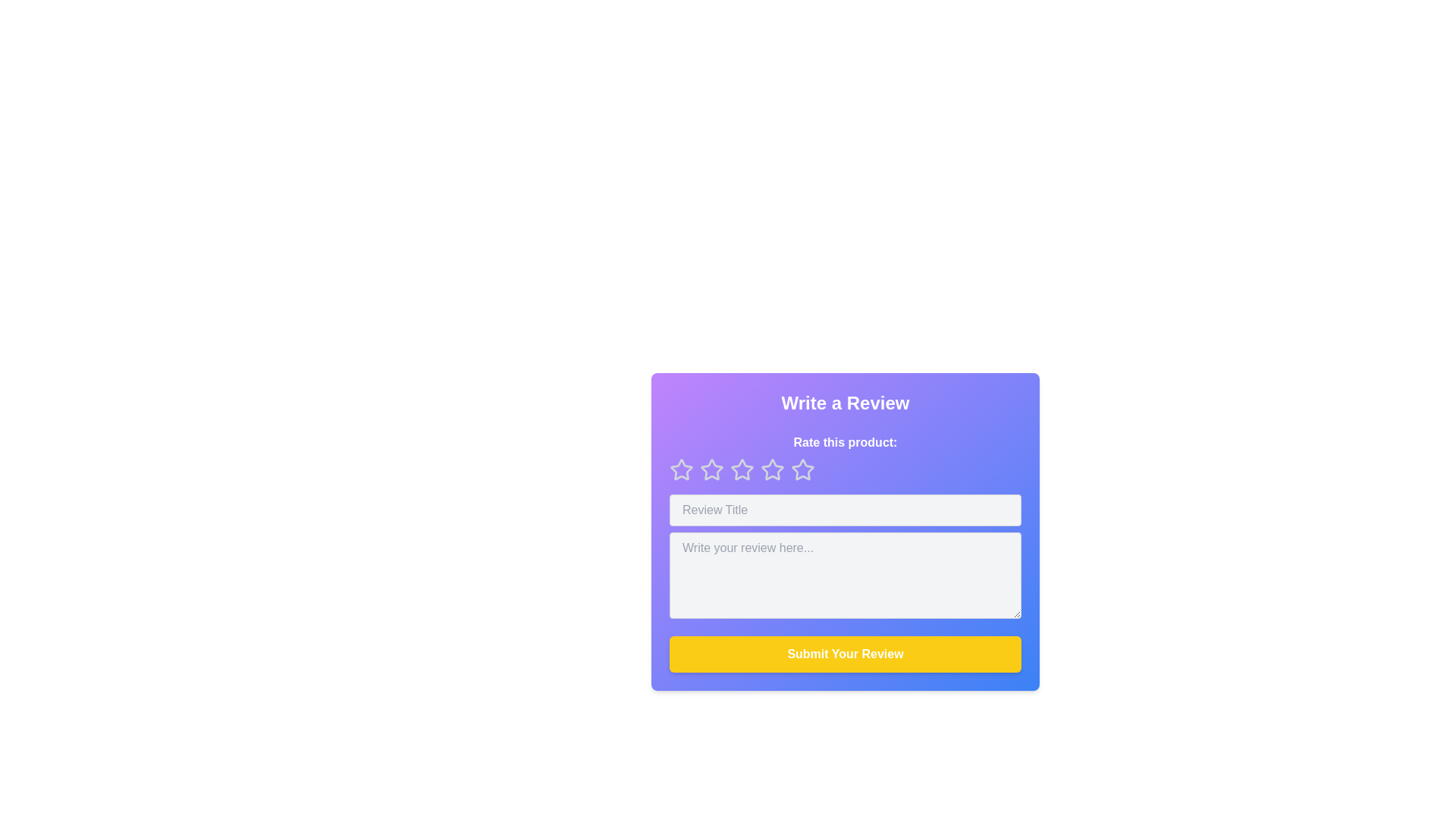  What do you see at coordinates (710, 468) in the screenshot?
I see `the first star icon used for rating, located beneath 'Rate this product:' to provide a one-star rating` at bounding box center [710, 468].